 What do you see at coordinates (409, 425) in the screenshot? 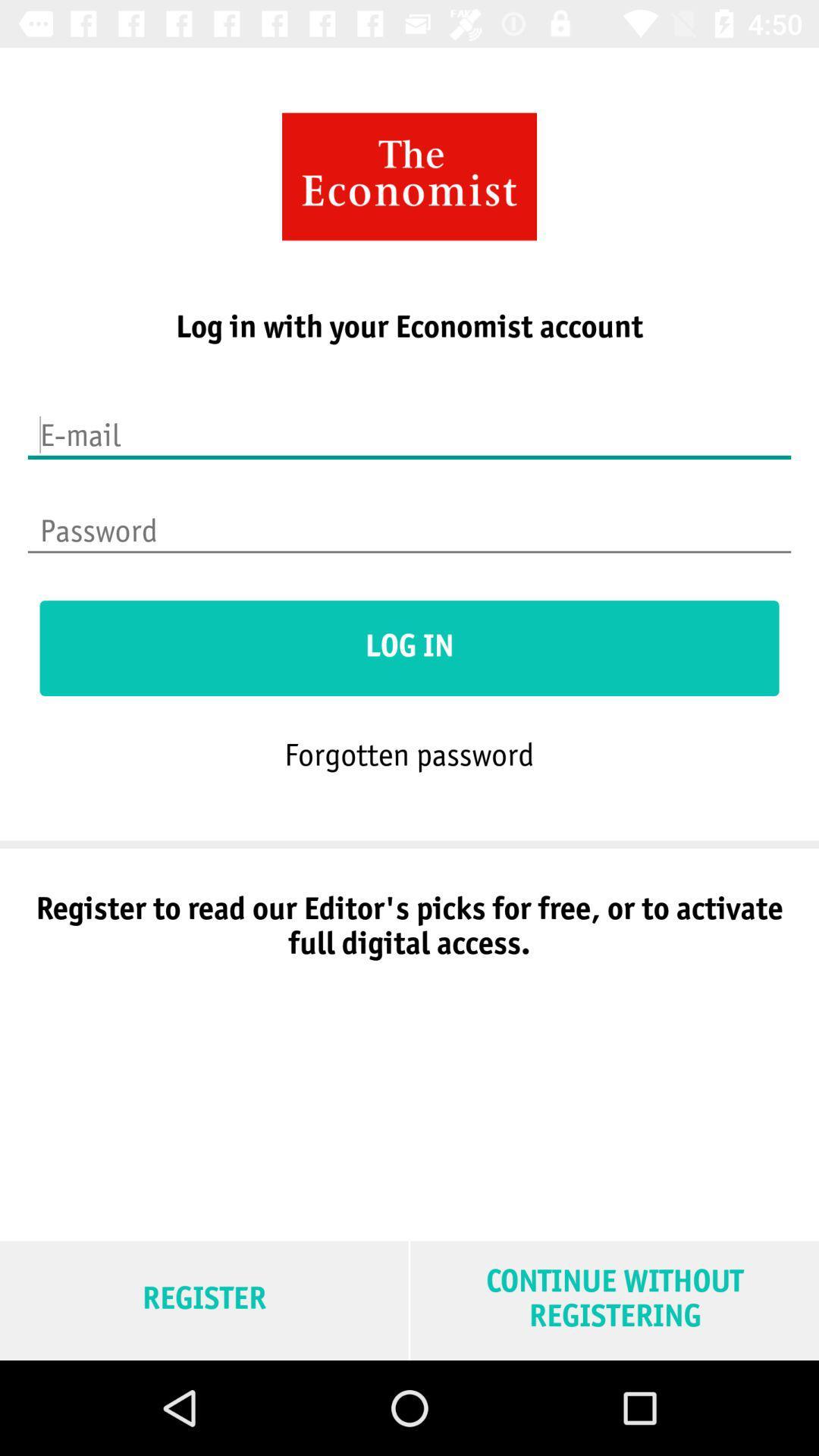
I see `email` at bounding box center [409, 425].